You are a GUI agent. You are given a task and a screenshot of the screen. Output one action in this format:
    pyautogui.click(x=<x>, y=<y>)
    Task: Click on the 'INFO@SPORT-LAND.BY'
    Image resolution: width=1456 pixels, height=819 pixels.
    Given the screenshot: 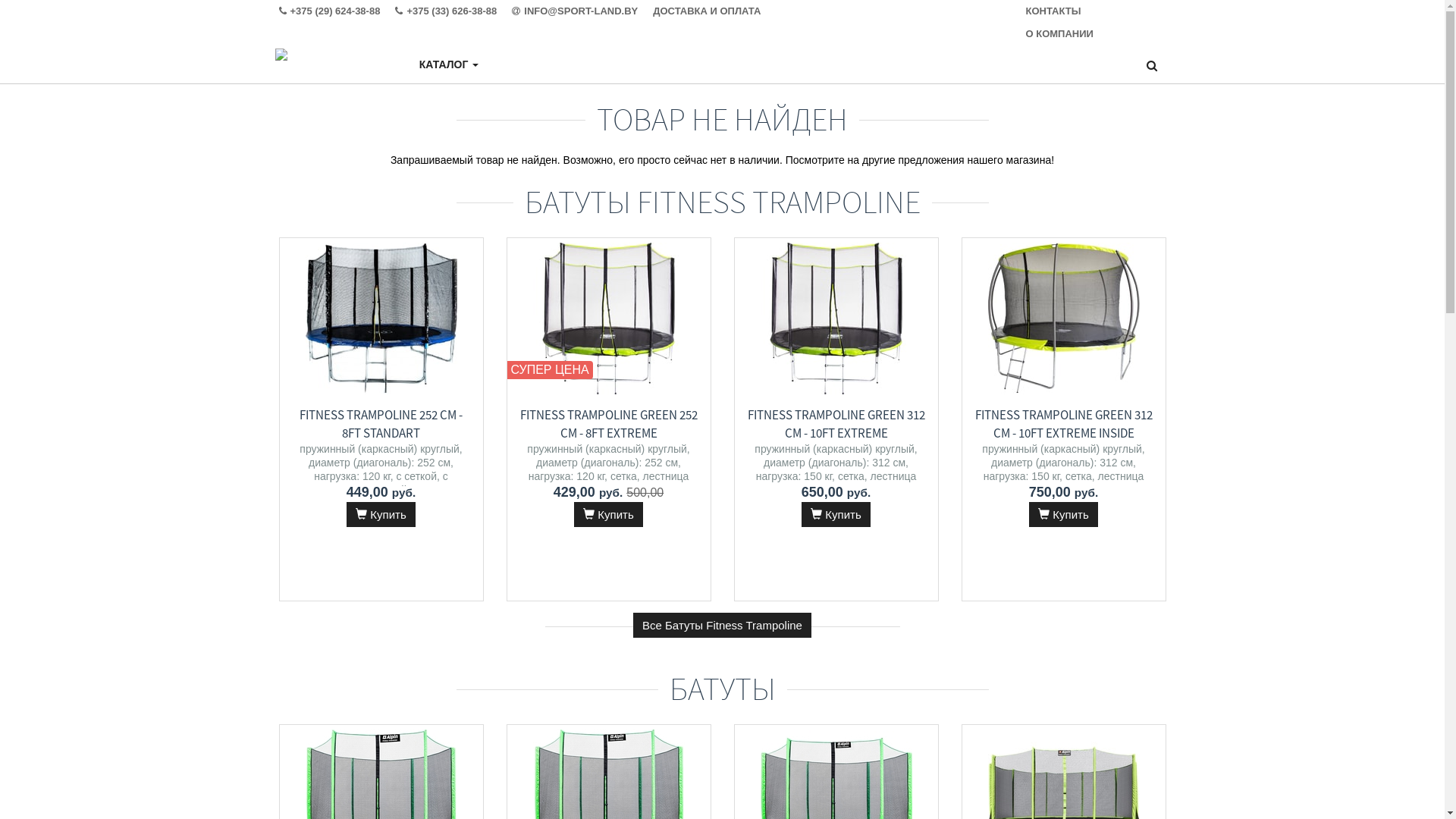 What is the action you would take?
    pyautogui.click(x=582, y=11)
    